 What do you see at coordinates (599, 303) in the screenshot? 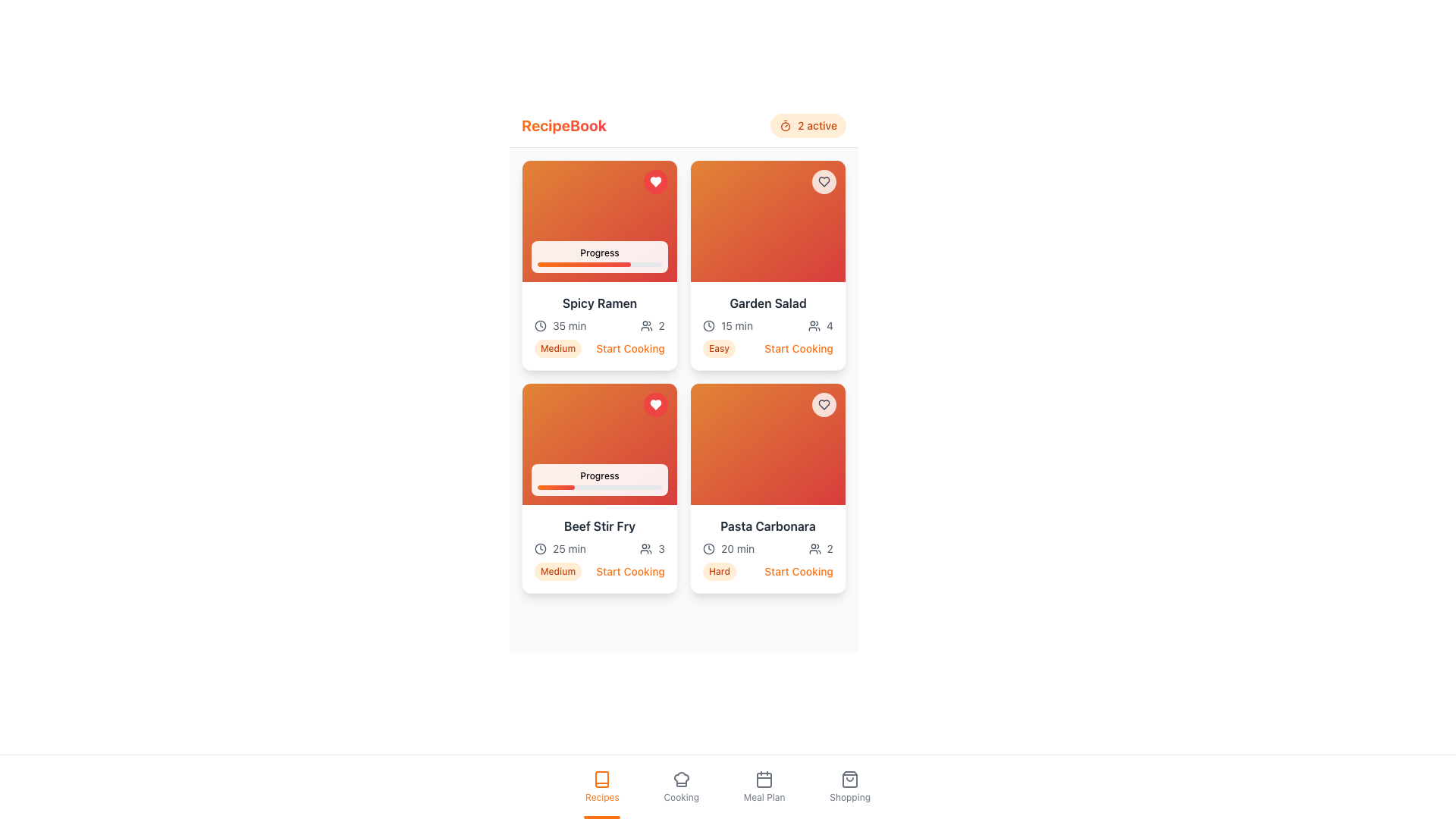
I see `the 'Spicy Ramen' text label, which is styled in bold dark gray color and positioned centrally on the first recipe card in the grid, located below the progress bar and above preparation time and difficulty details` at bounding box center [599, 303].